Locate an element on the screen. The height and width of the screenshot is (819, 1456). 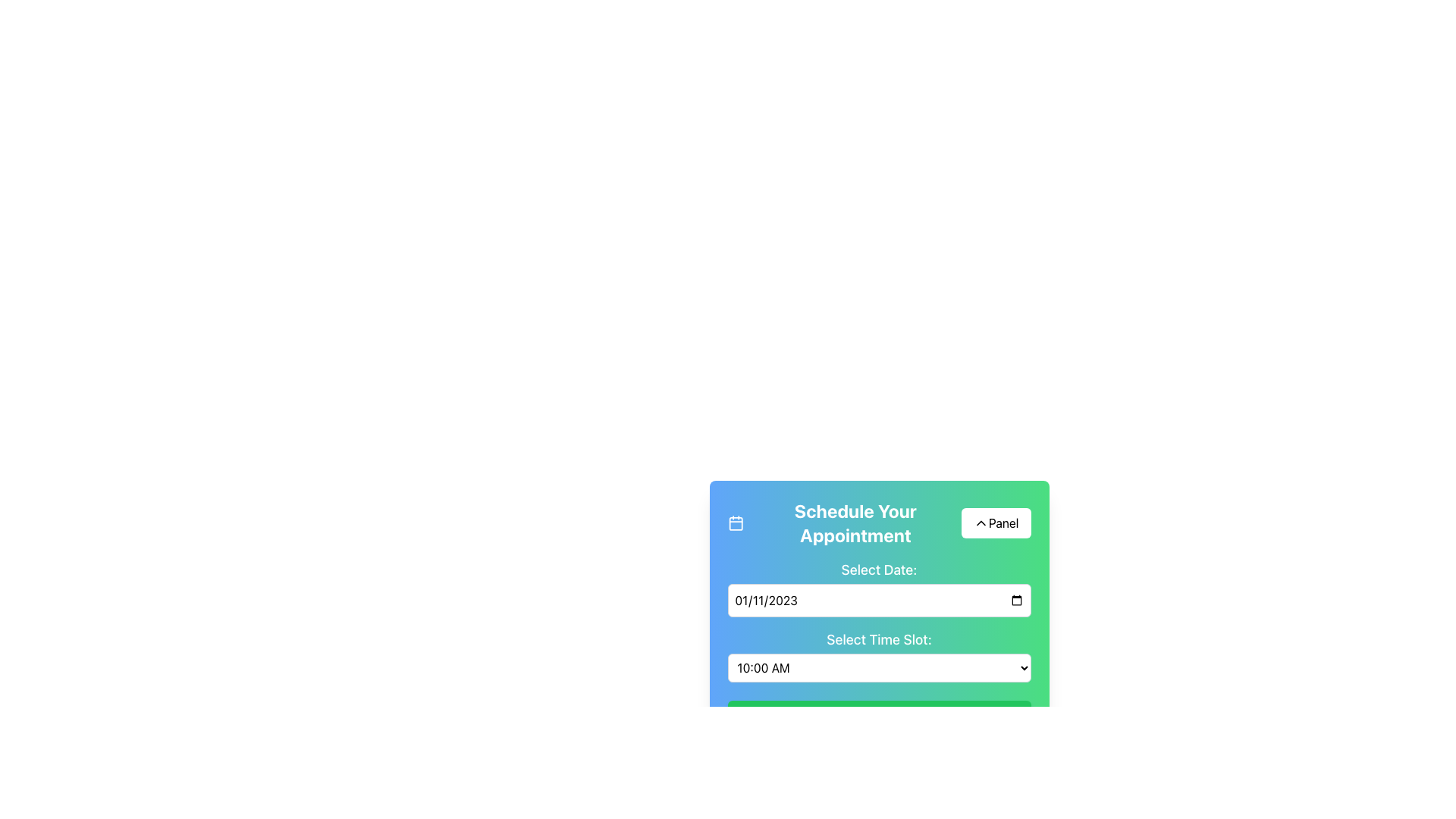
the dropdown menu located beneath the 'Select Date' dropdown is located at coordinates (879, 654).